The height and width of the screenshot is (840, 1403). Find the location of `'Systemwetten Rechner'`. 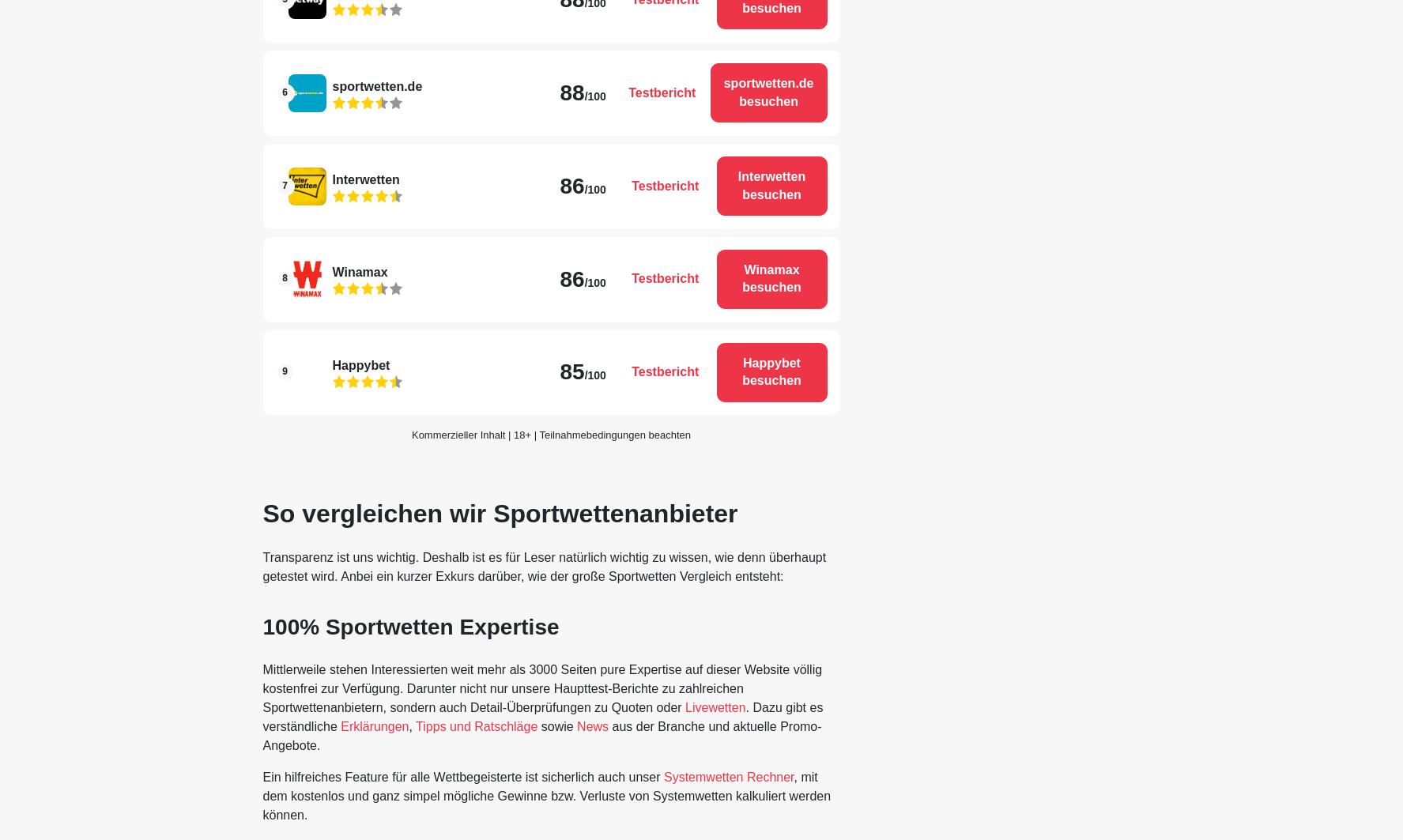

'Systemwetten Rechner' is located at coordinates (728, 776).